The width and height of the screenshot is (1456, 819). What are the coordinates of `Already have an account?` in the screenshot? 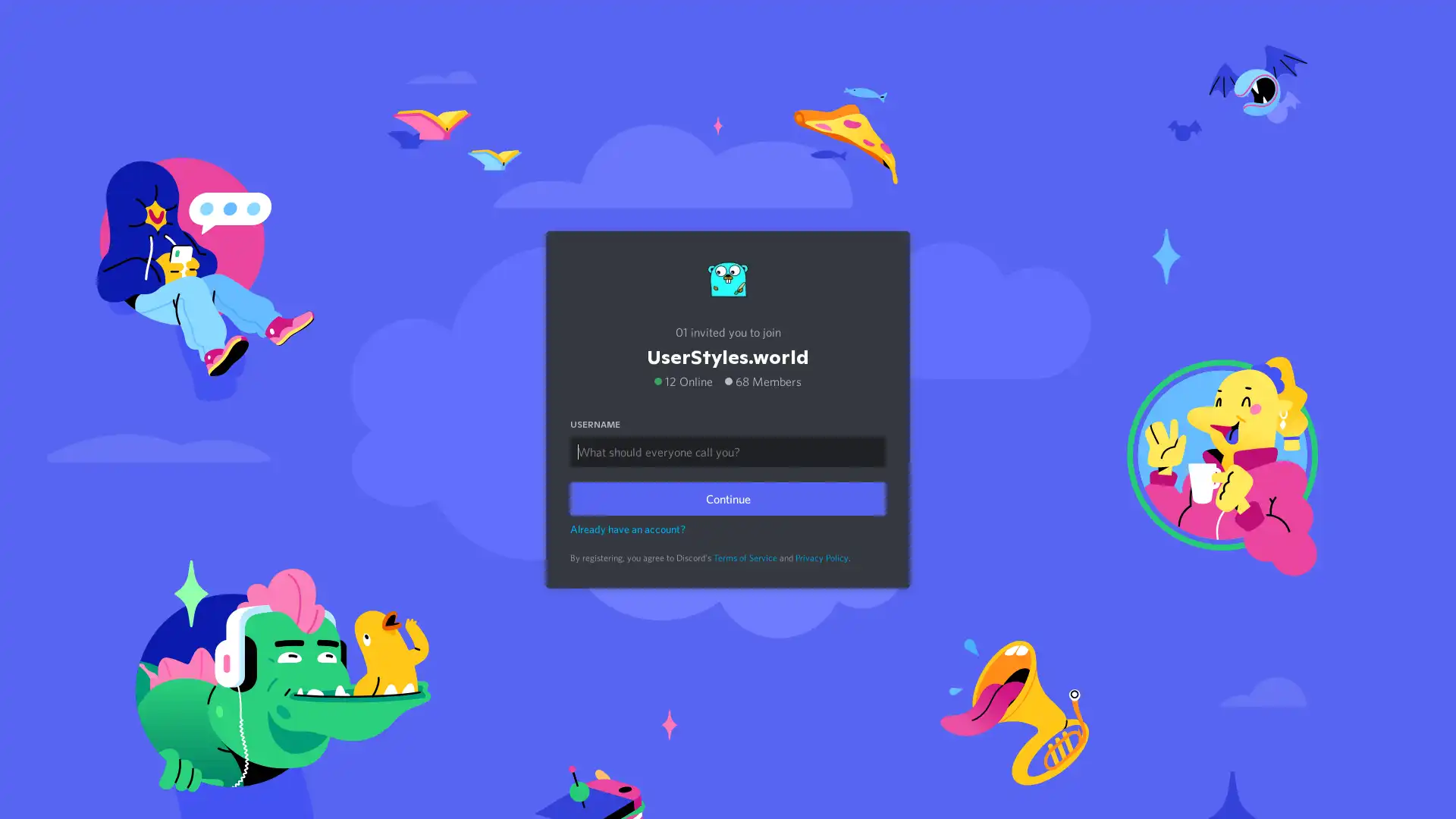 It's located at (628, 528).